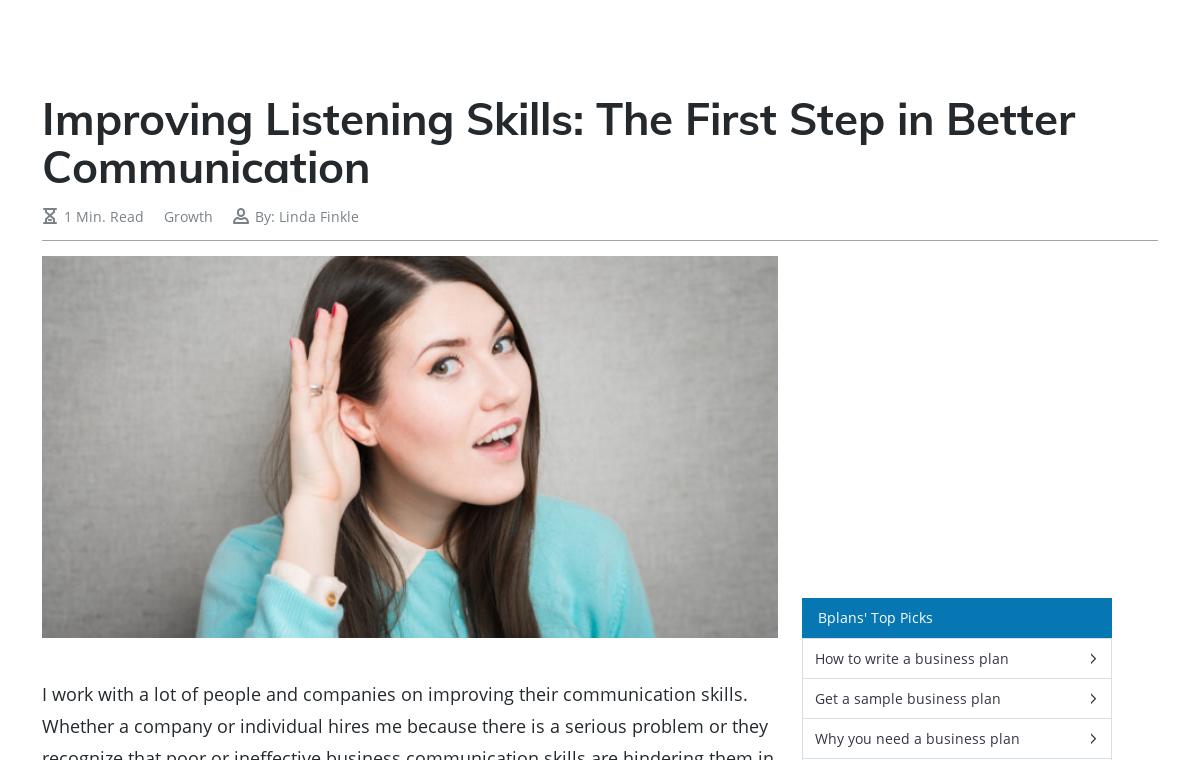  I want to click on 'Business Planning', so click(621, 38).